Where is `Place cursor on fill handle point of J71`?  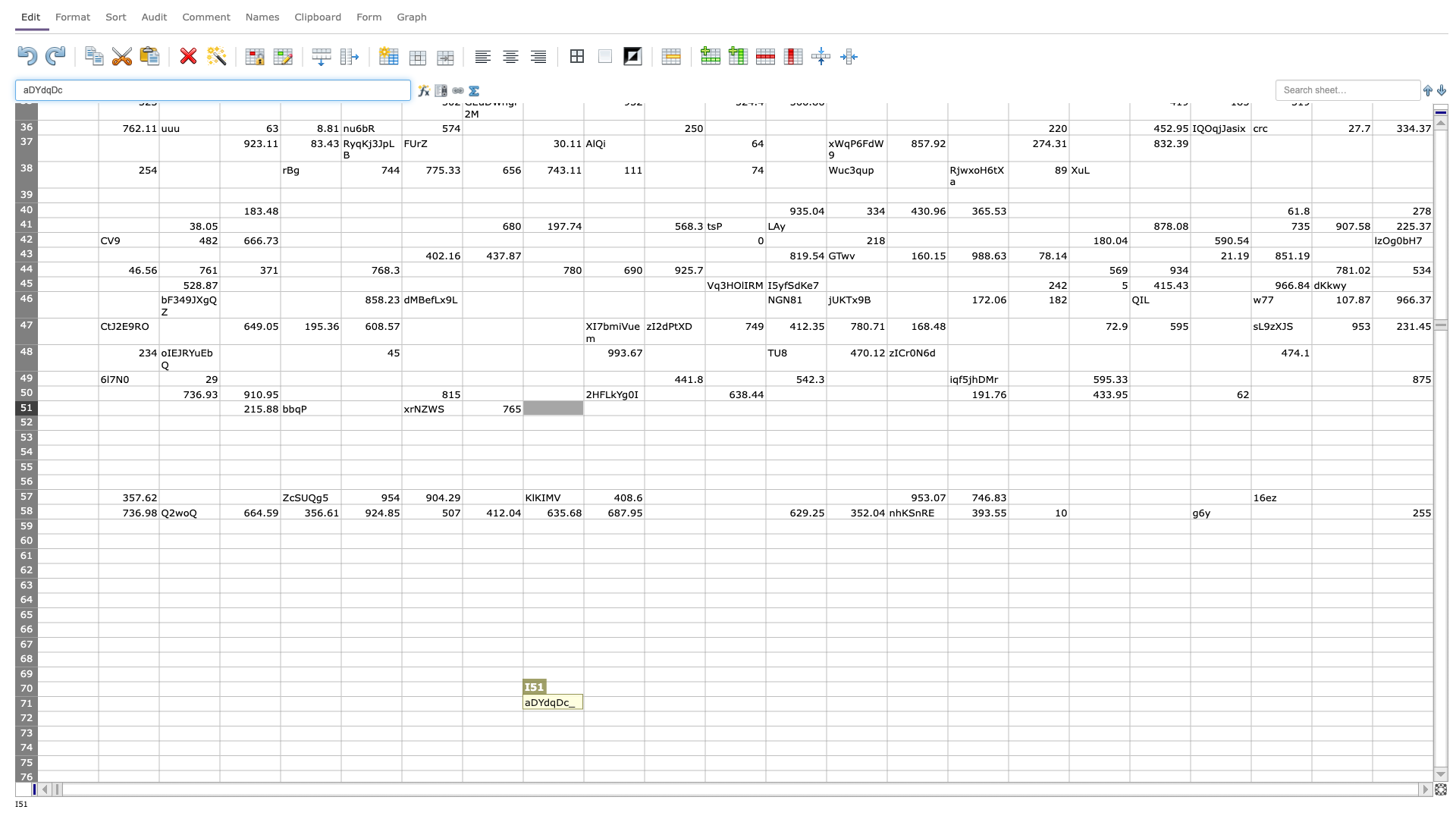
Place cursor on fill handle point of J71 is located at coordinates (644, 711).